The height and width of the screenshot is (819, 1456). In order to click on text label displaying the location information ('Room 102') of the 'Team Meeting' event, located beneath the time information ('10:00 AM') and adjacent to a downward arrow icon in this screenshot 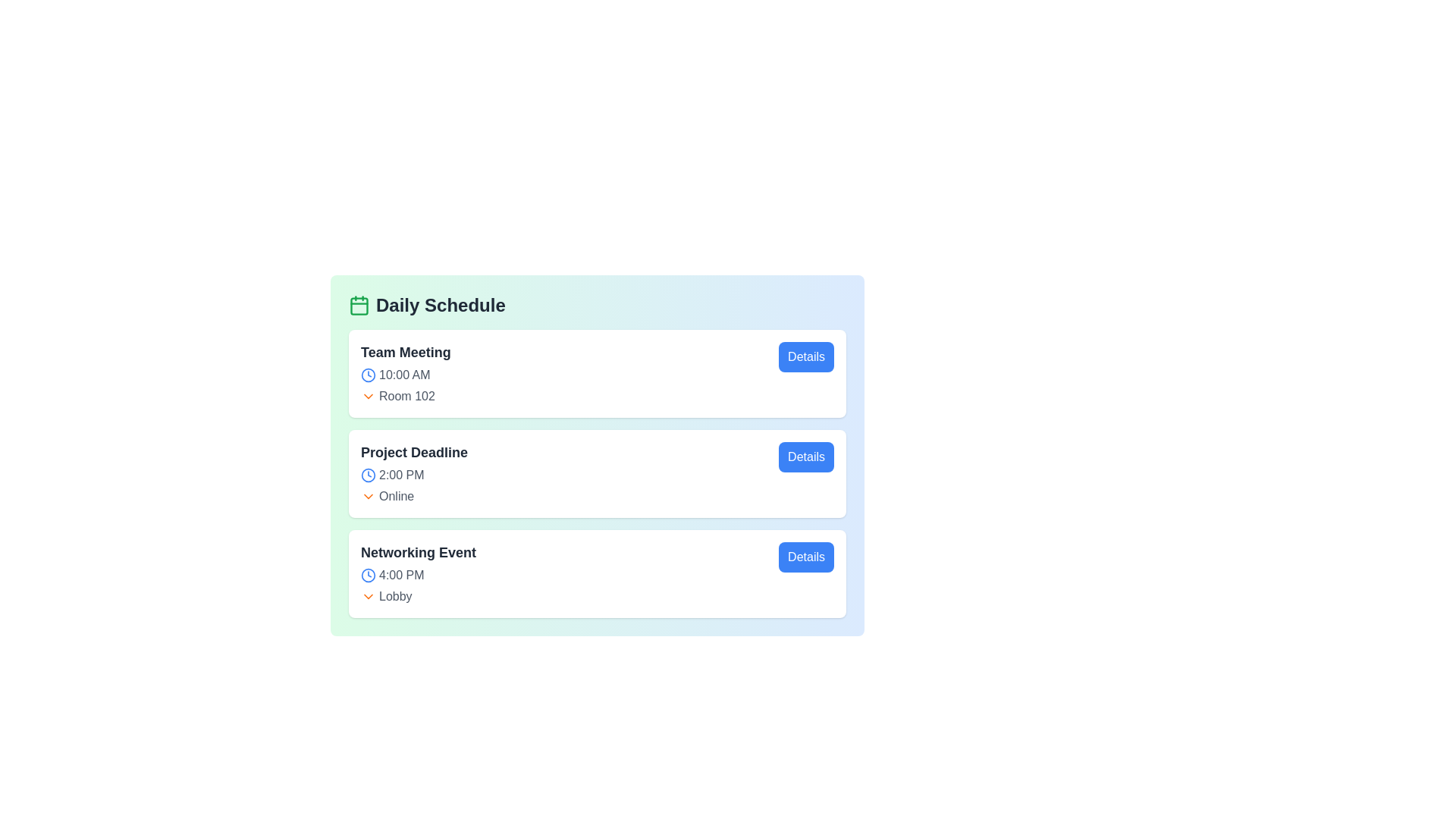, I will do `click(406, 396)`.